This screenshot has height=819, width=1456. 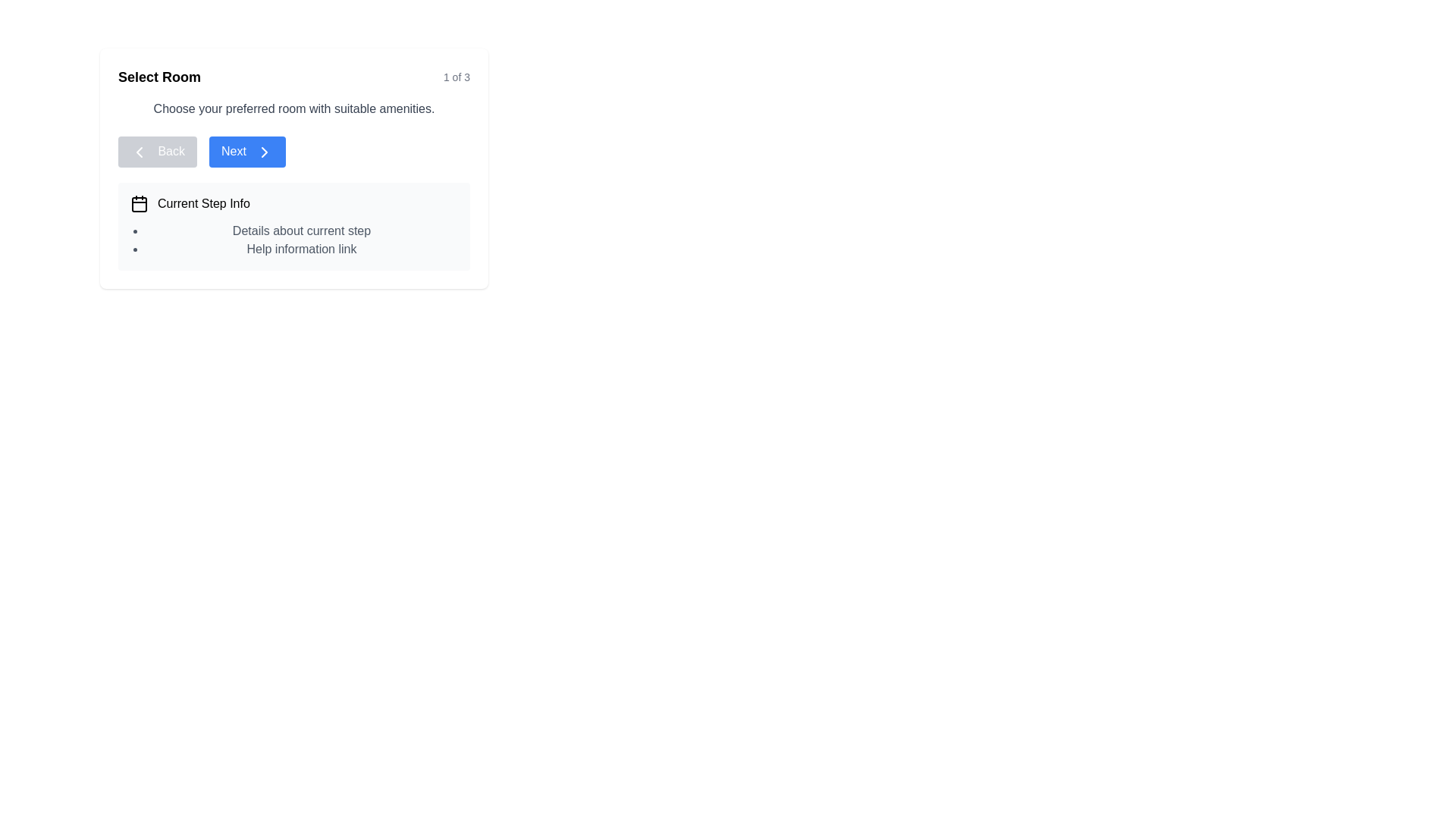 What do you see at coordinates (456, 77) in the screenshot?
I see `the text label displaying '1 of 3' which is aligned to the right side of the header block labeled 'Select Room.'` at bounding box center [456, 77].